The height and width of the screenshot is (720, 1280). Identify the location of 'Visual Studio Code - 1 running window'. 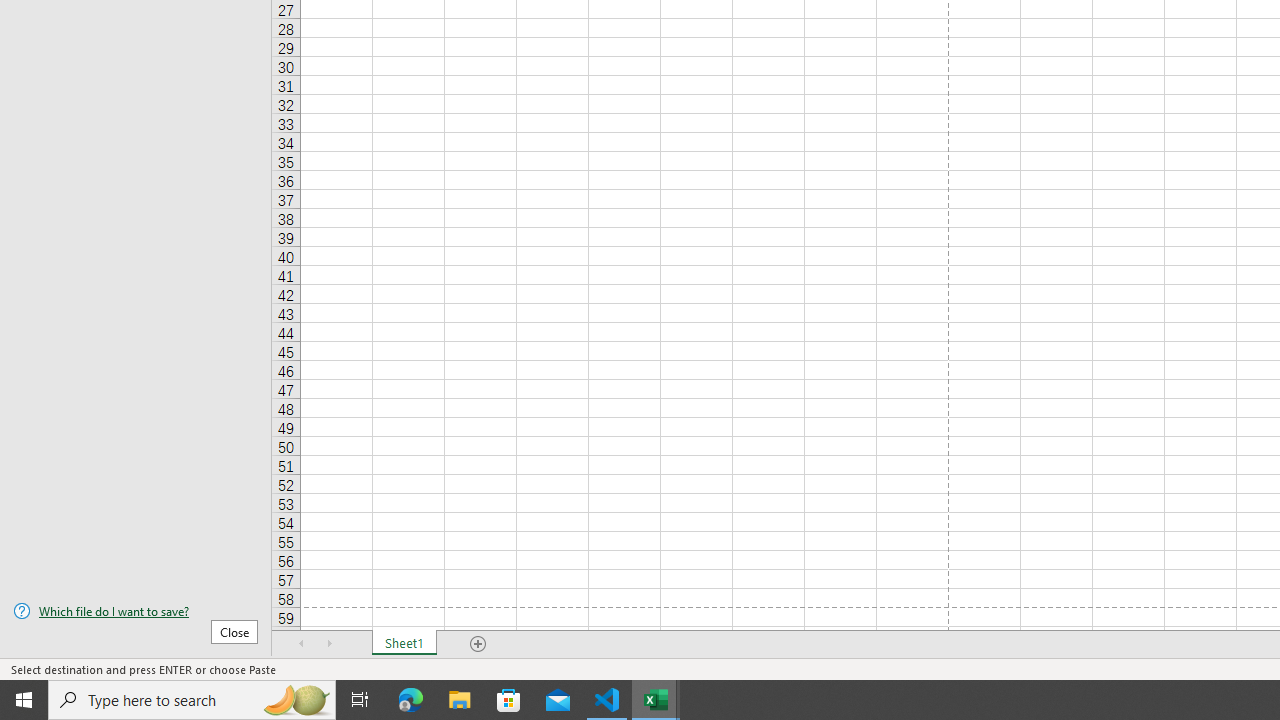
(606, 698).